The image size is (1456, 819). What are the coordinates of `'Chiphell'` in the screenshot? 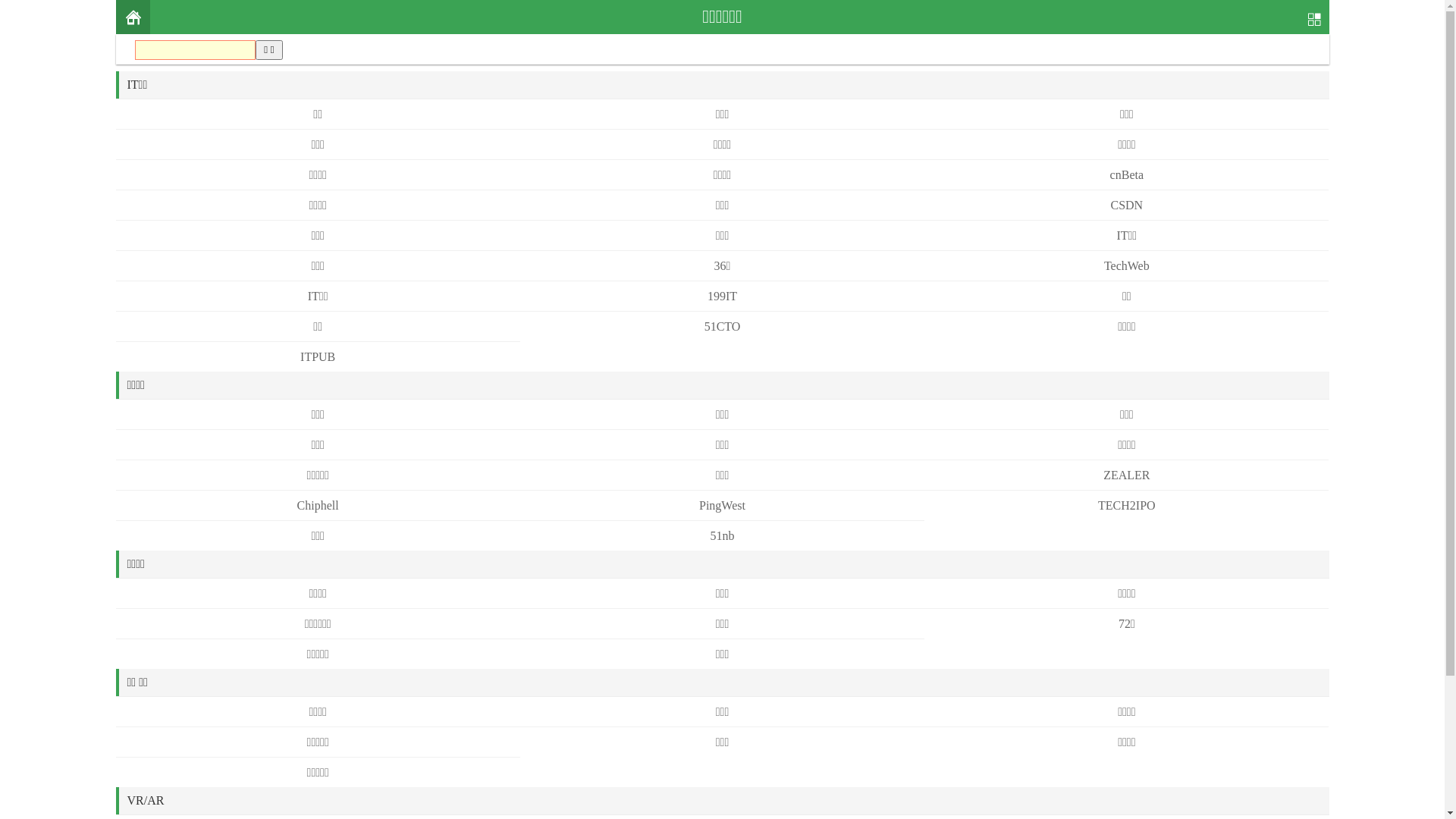 It's located at (317, 505).